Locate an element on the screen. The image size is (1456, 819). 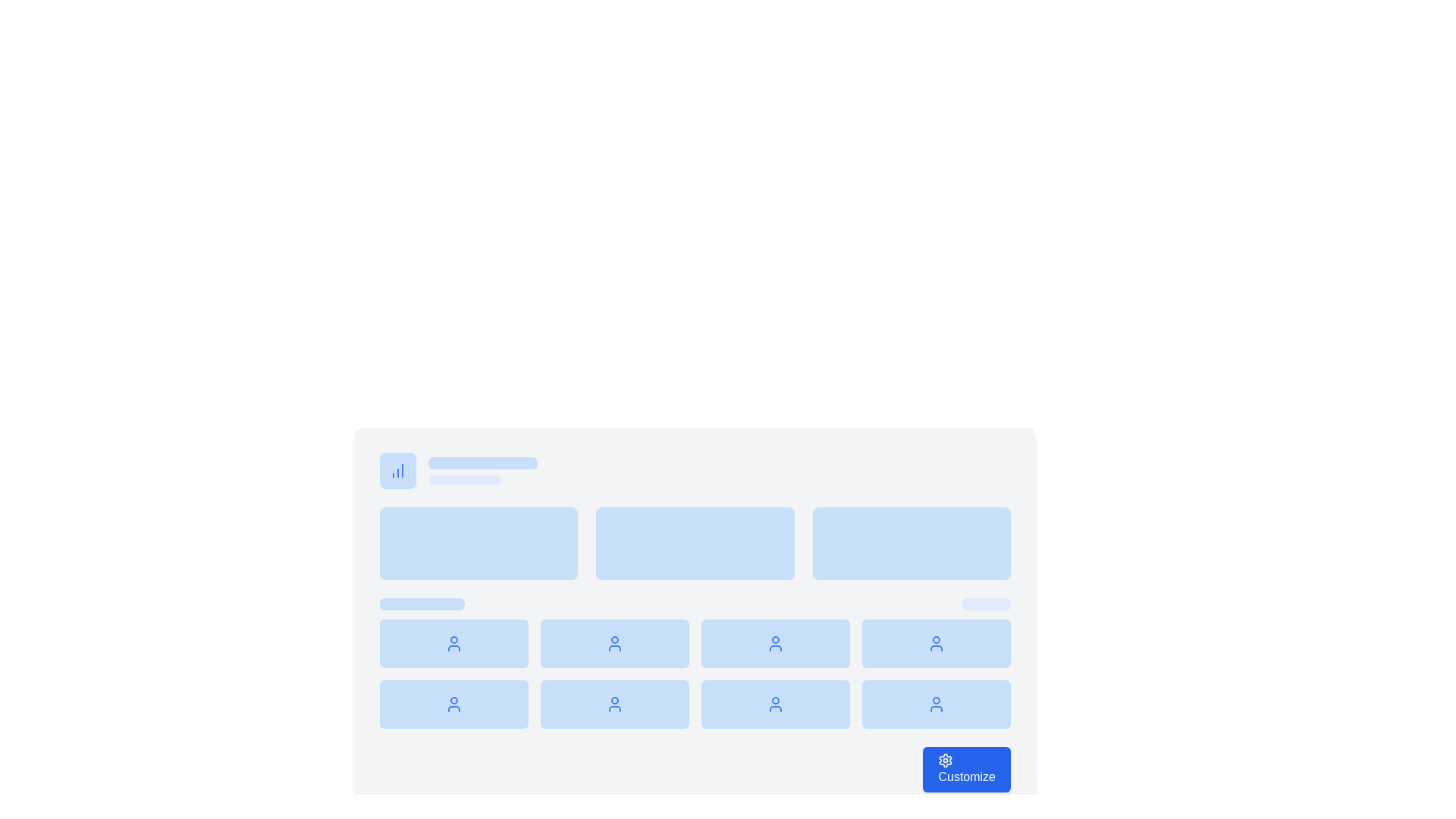
the middle rectangular component of the grid item, which is styled with a blue background and rounded corners, located in the center of a light grey background section is located at coordinates (694, 543).